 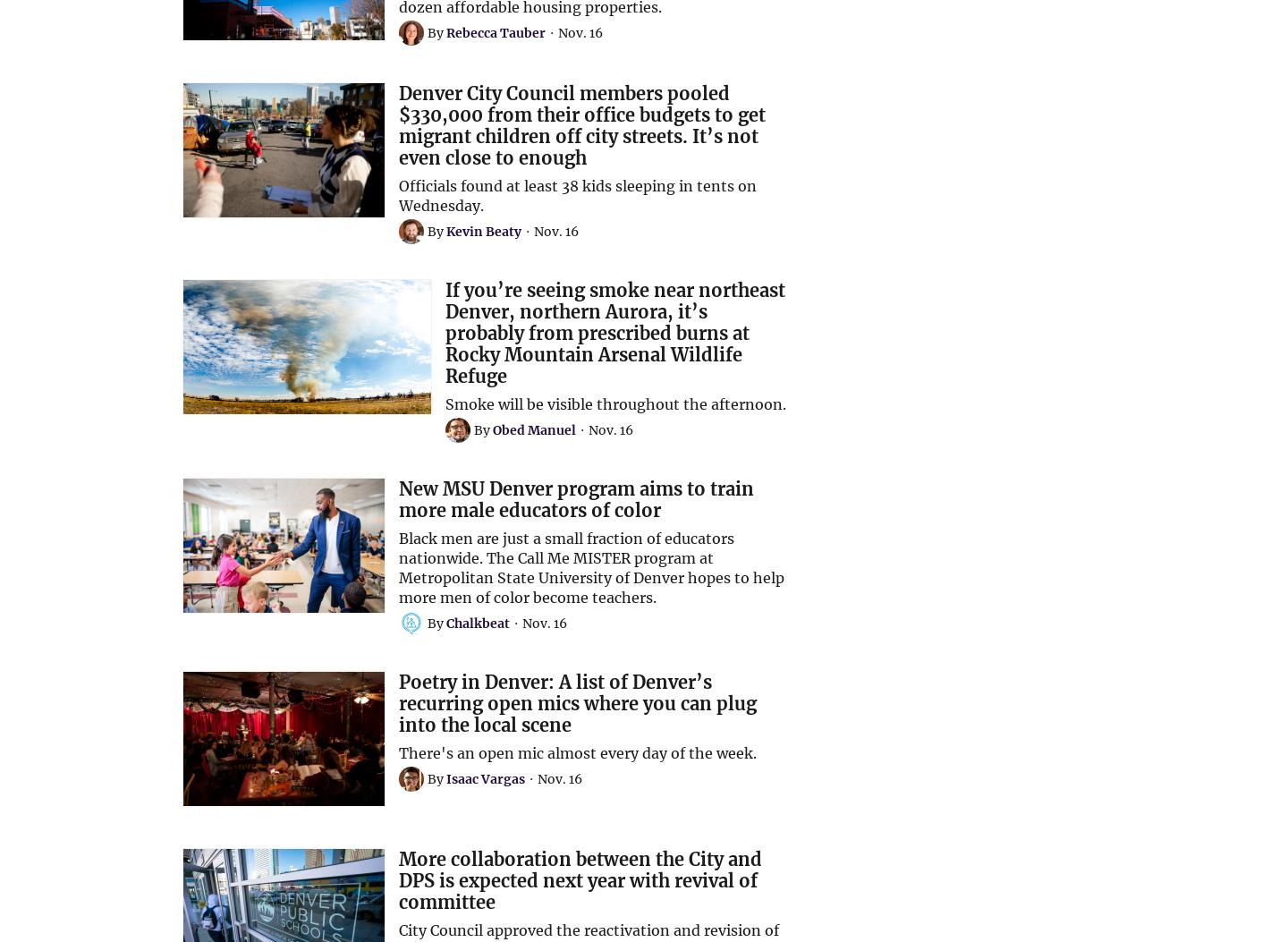 What do you see at coordinates (580, 880) in the screenshot?
I see `'More collaboration between the City and DPS is expected next year with revival of committee'` at bounding box center [580, 880].